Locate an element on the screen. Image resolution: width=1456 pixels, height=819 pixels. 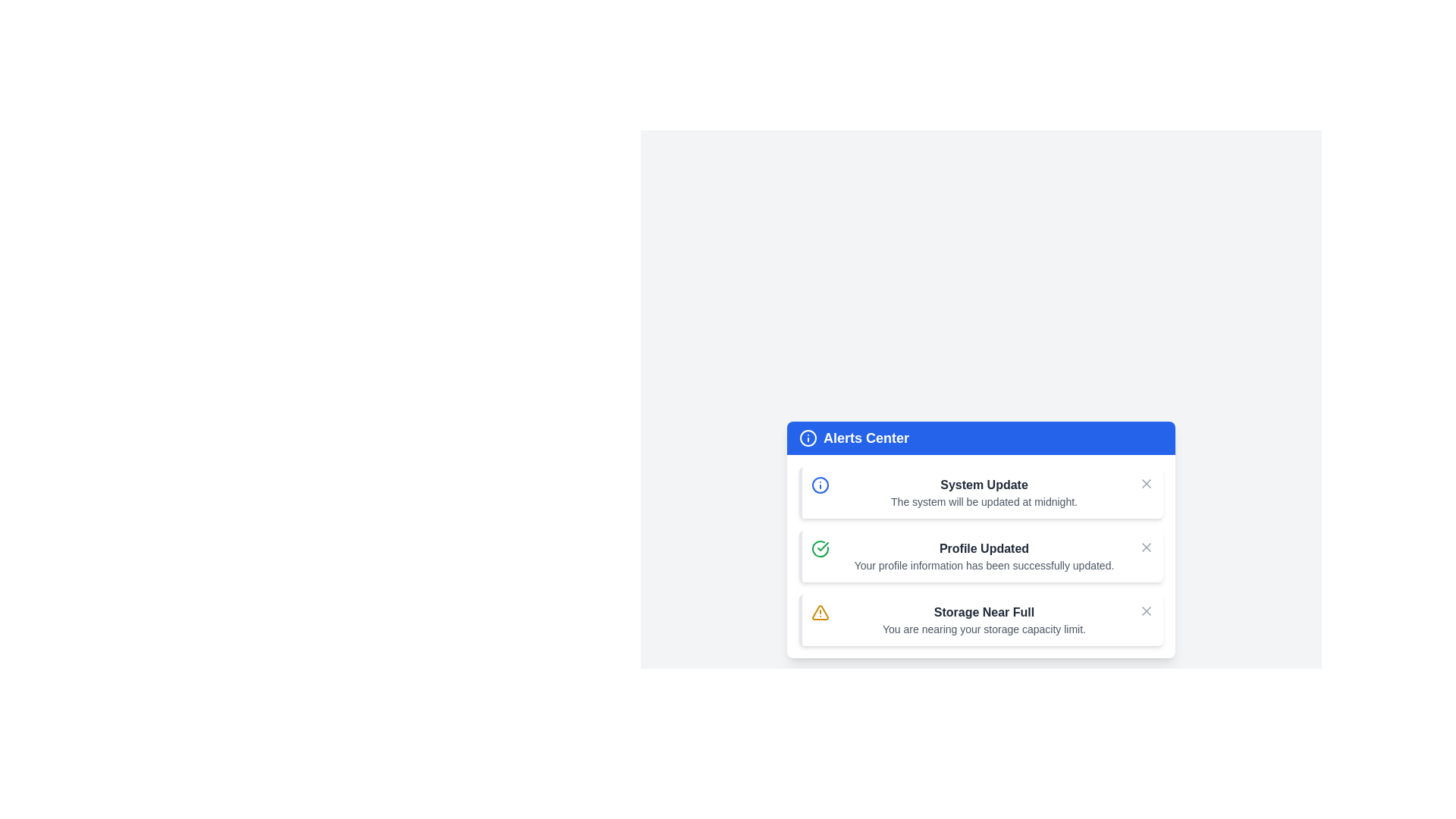
notification text that says 'Profile Updated' and 'Your profile information has been successfully updated.' located in the Alerts Center under the second entry of notifications is located at coordinates (984, 556).